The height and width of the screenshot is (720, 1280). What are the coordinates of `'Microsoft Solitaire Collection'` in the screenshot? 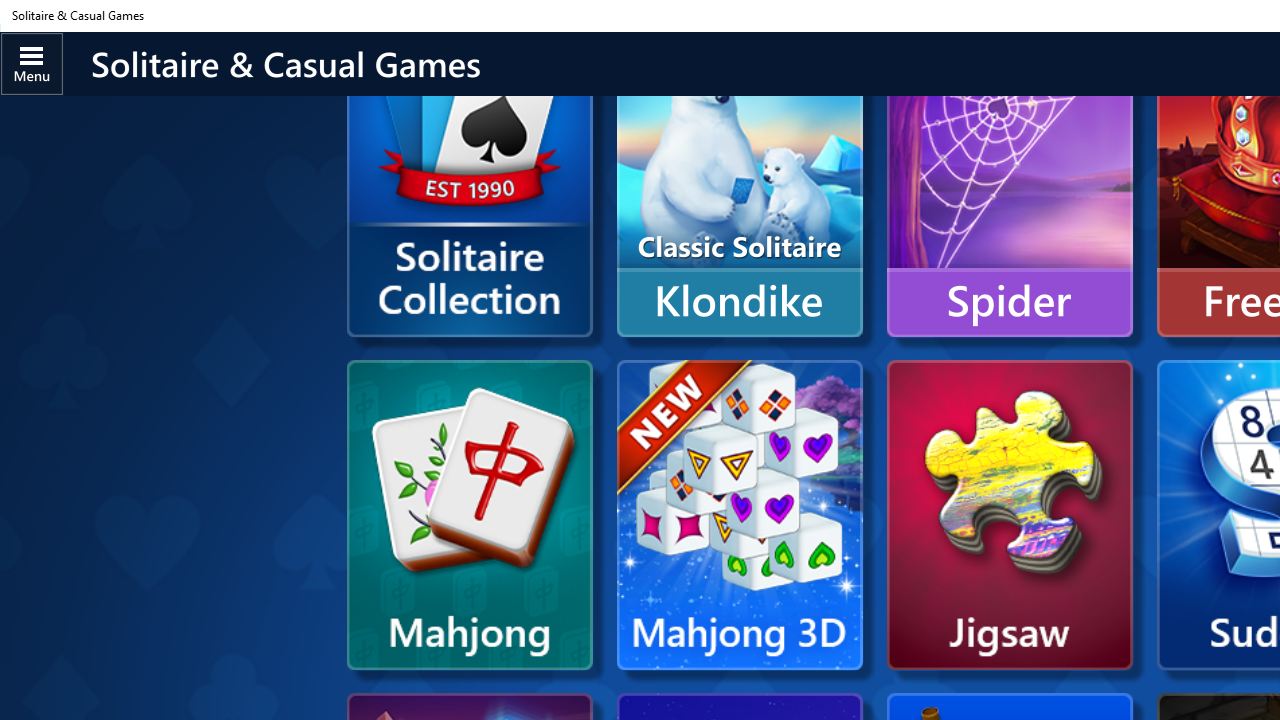 It's located at (468, 212).